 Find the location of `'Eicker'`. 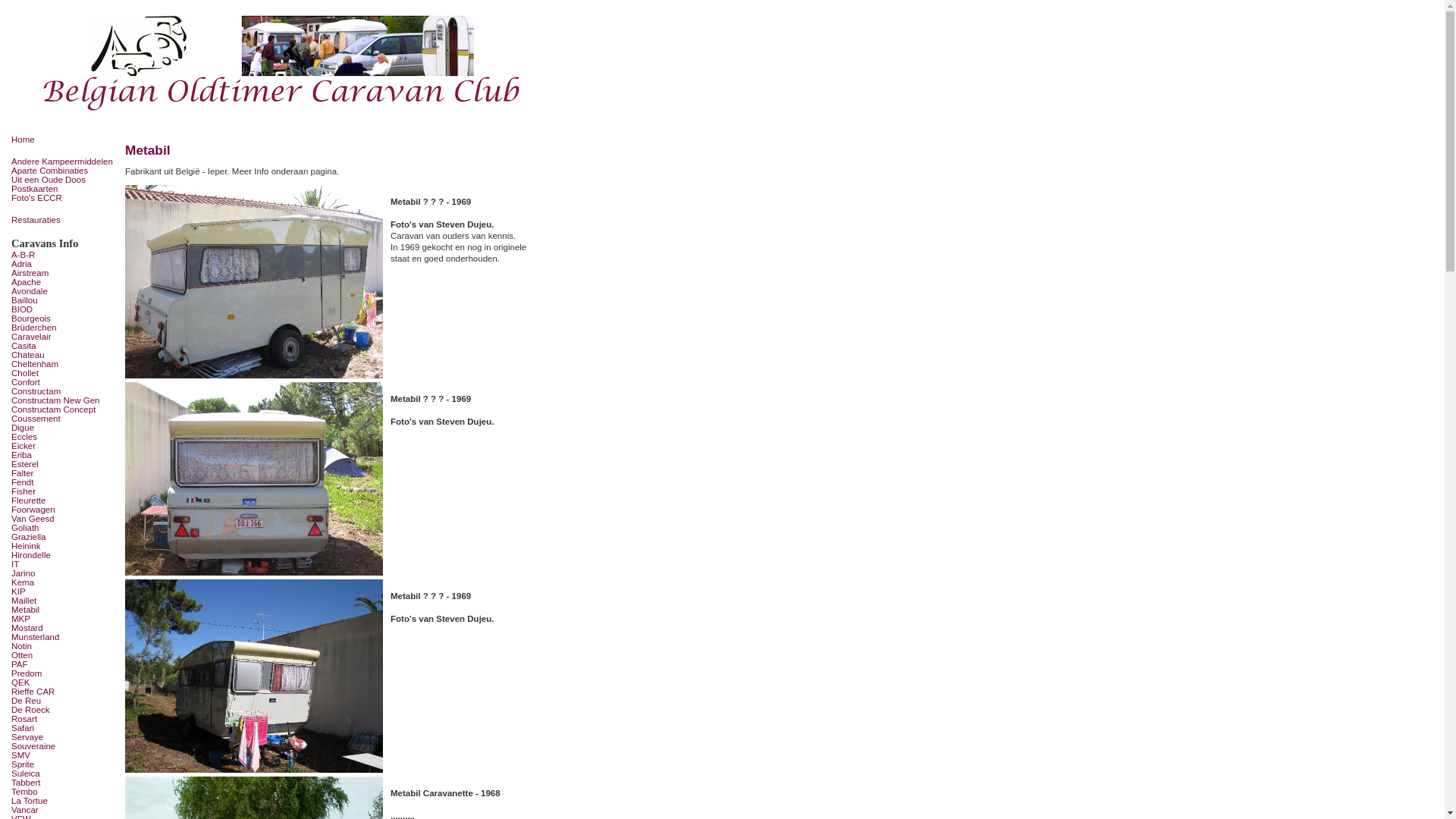

'Eicker' is located at coordinates (64, 444).